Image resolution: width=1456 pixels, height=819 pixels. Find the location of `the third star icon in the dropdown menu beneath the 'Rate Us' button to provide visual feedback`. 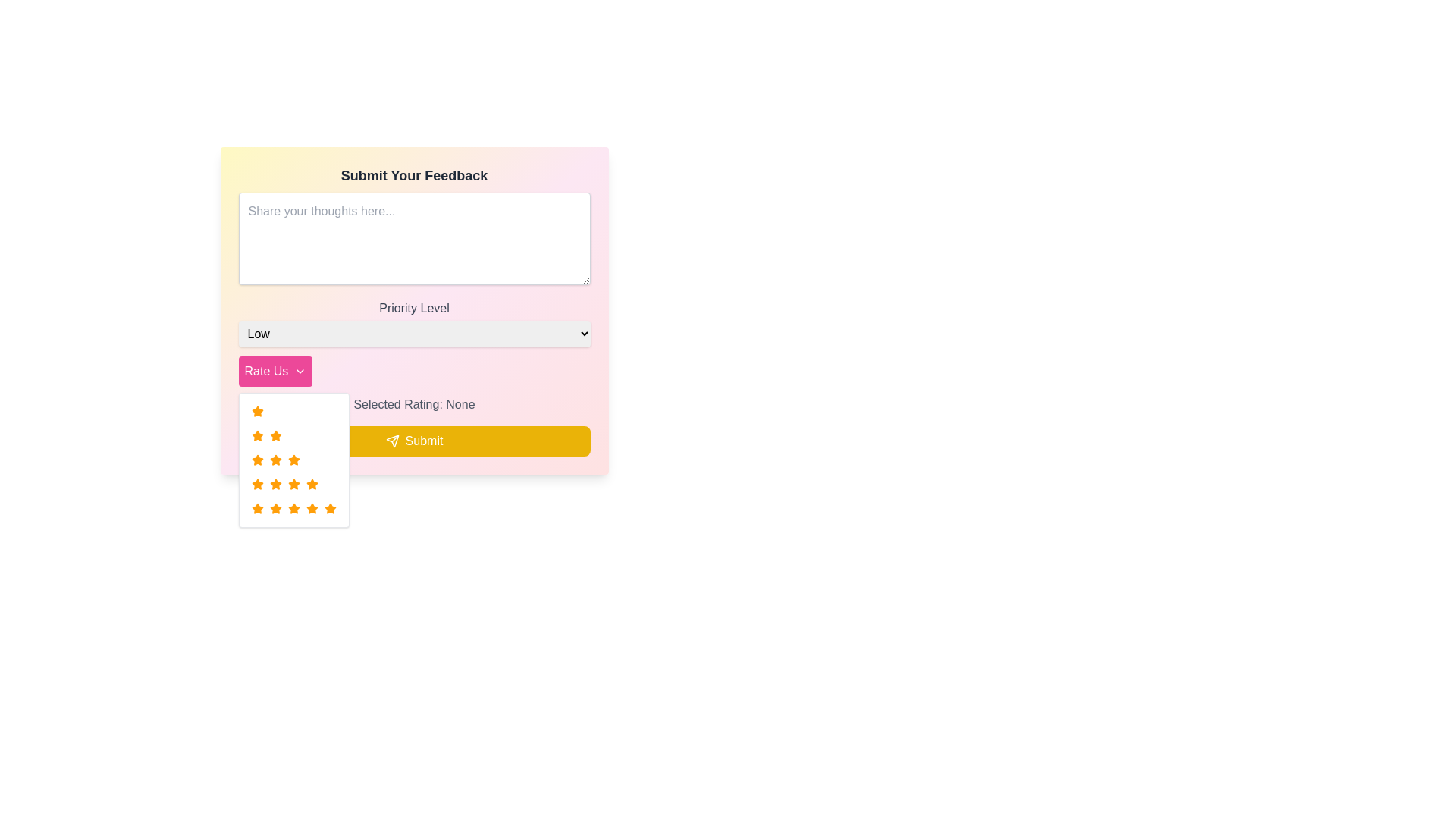

the third star icon in the dropdown menu beneath the 'Rate Us' button to provide visual feedback is located at coordinates (257, 484).